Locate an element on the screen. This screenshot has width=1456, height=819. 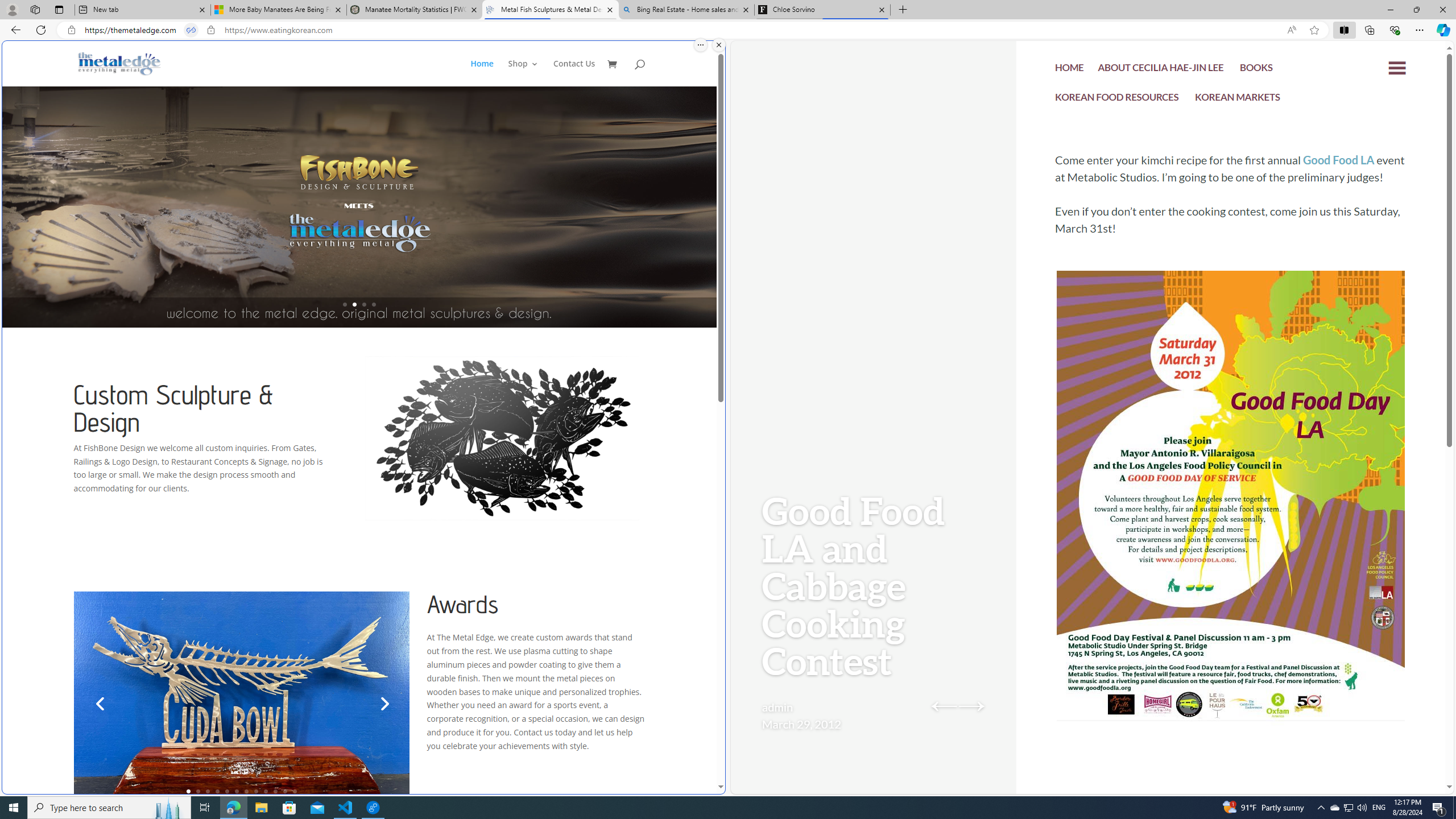
'KOREAN MARKETS' is located at coordinates (1238, 98).